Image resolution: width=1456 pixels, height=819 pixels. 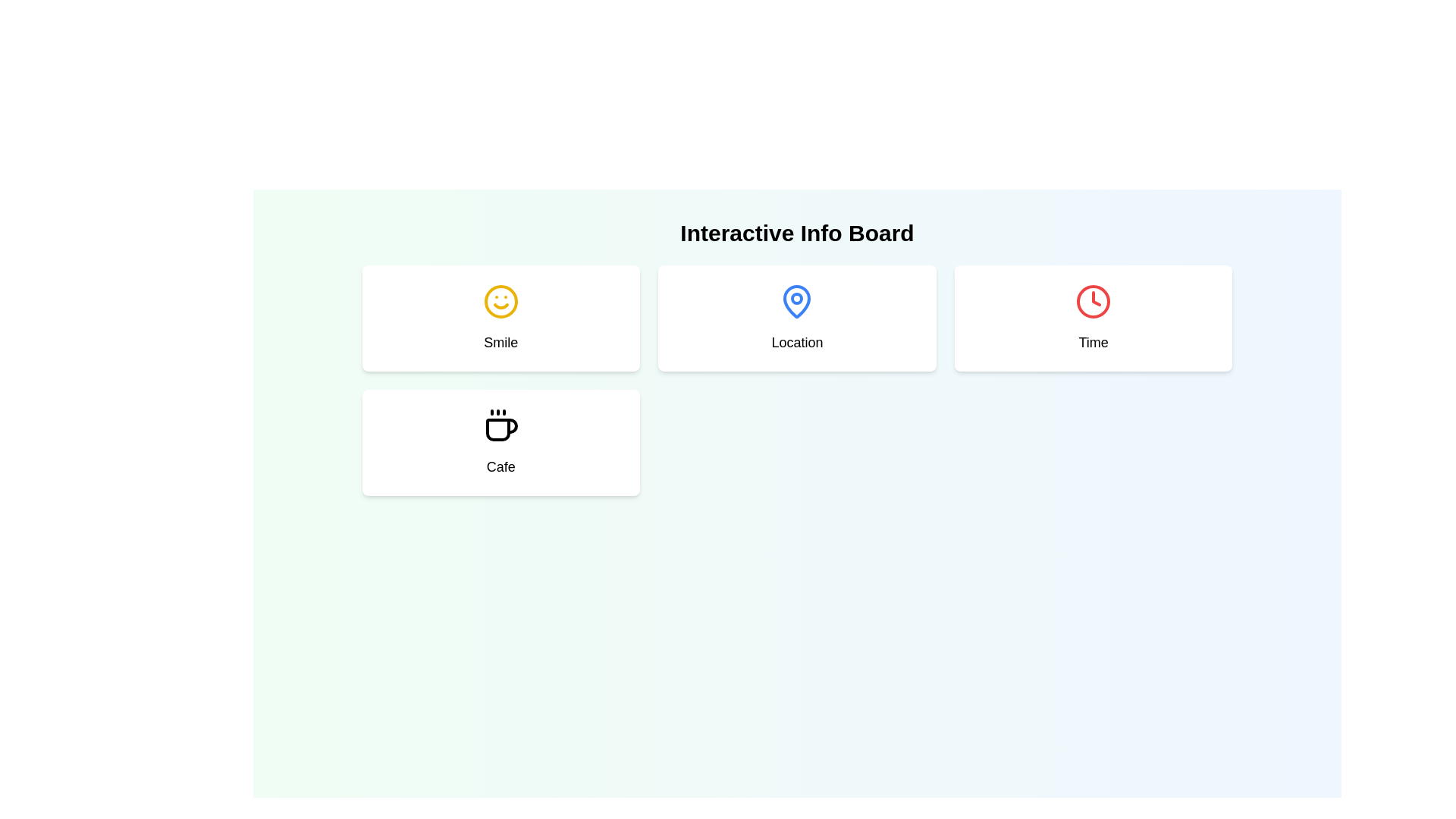 What do you see at coordinates (796, 342) in the screenshot?
I see `the descriptive text label located in the central card of the grid, which provides information about the card's content or purpose related to location` at bounding box center [796, 342].